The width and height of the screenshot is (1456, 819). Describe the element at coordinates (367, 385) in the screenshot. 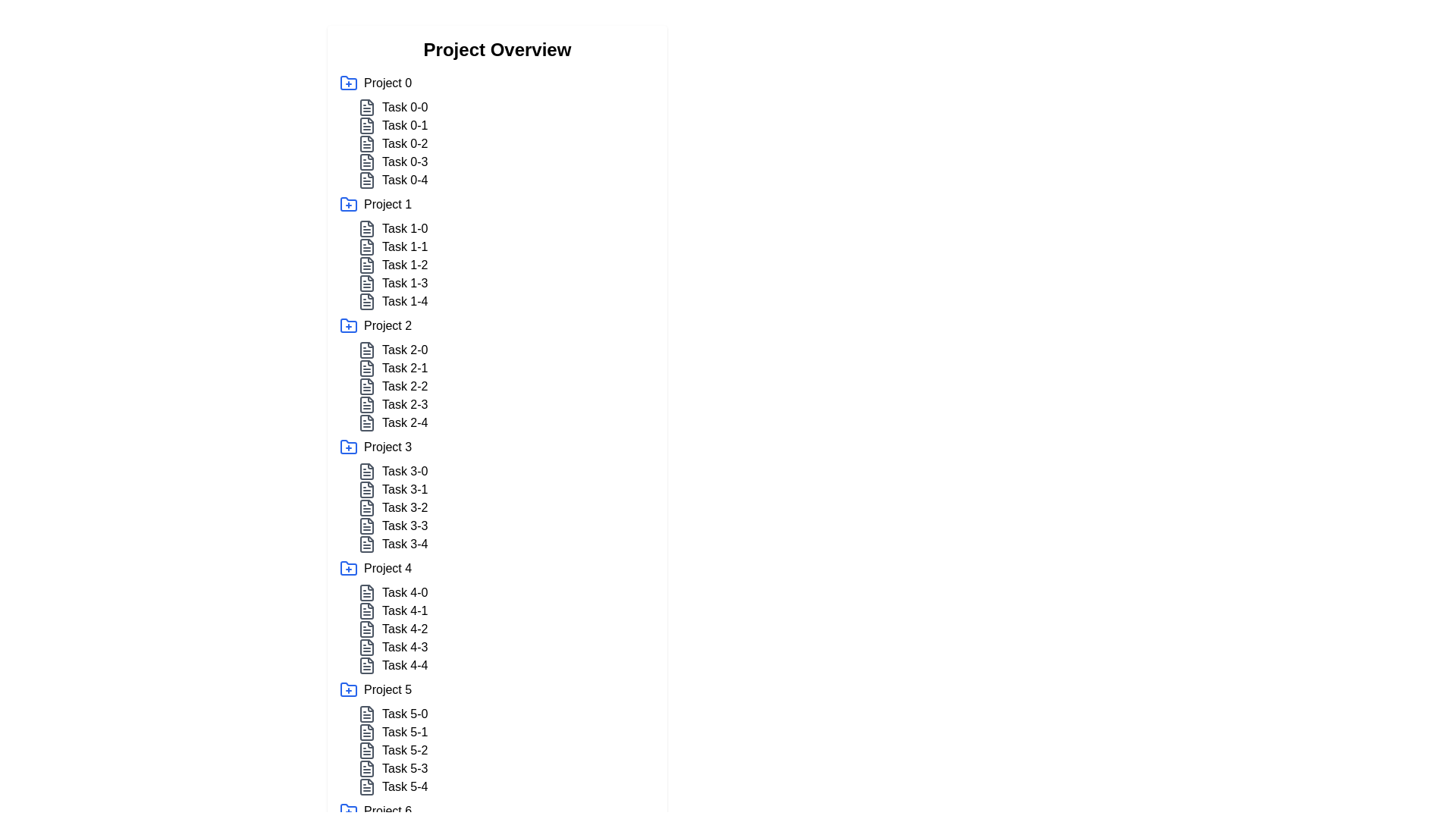

I see `the document file icon located to the left of the text label 'Task 2-2', which is part of the list under 'Project 2'` at that location.